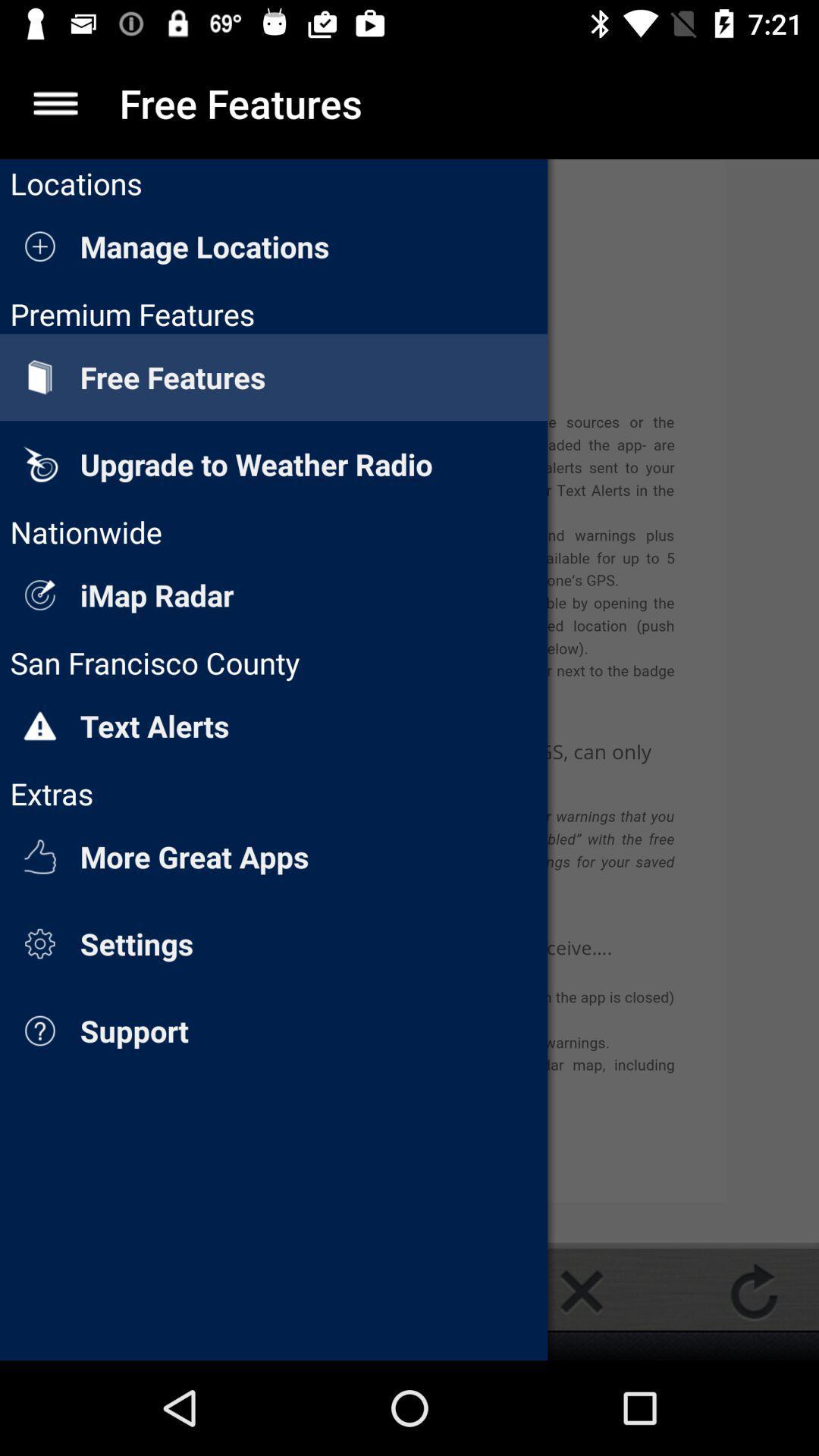 This screenshot has width=819, height=1456. Describe the element at coordinates (754, 1291) in the screenshot. I see `click the option to reload the page` at that location.